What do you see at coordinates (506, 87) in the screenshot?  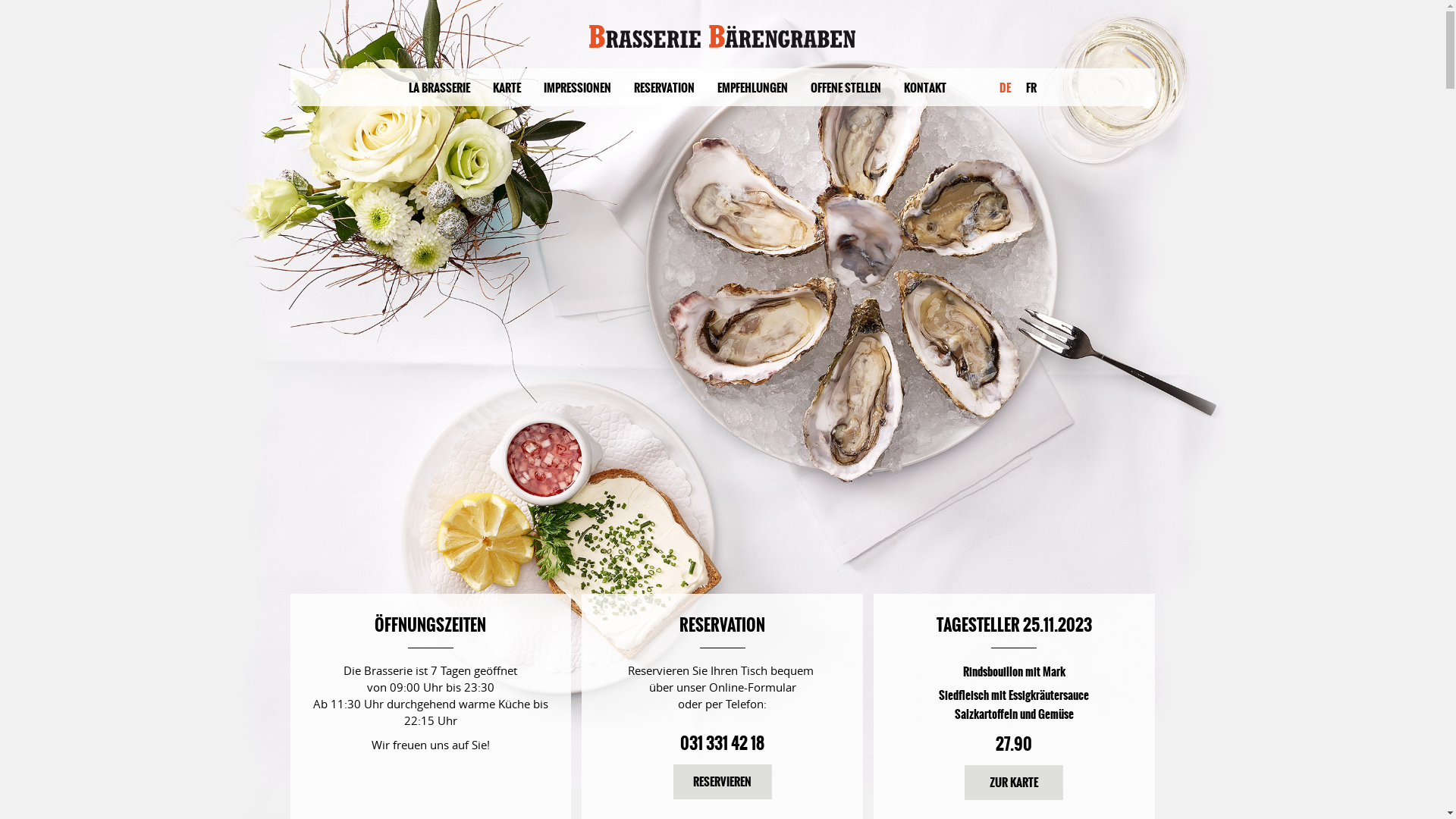 I see `'KARTE'` at bounding box center [506, 87].